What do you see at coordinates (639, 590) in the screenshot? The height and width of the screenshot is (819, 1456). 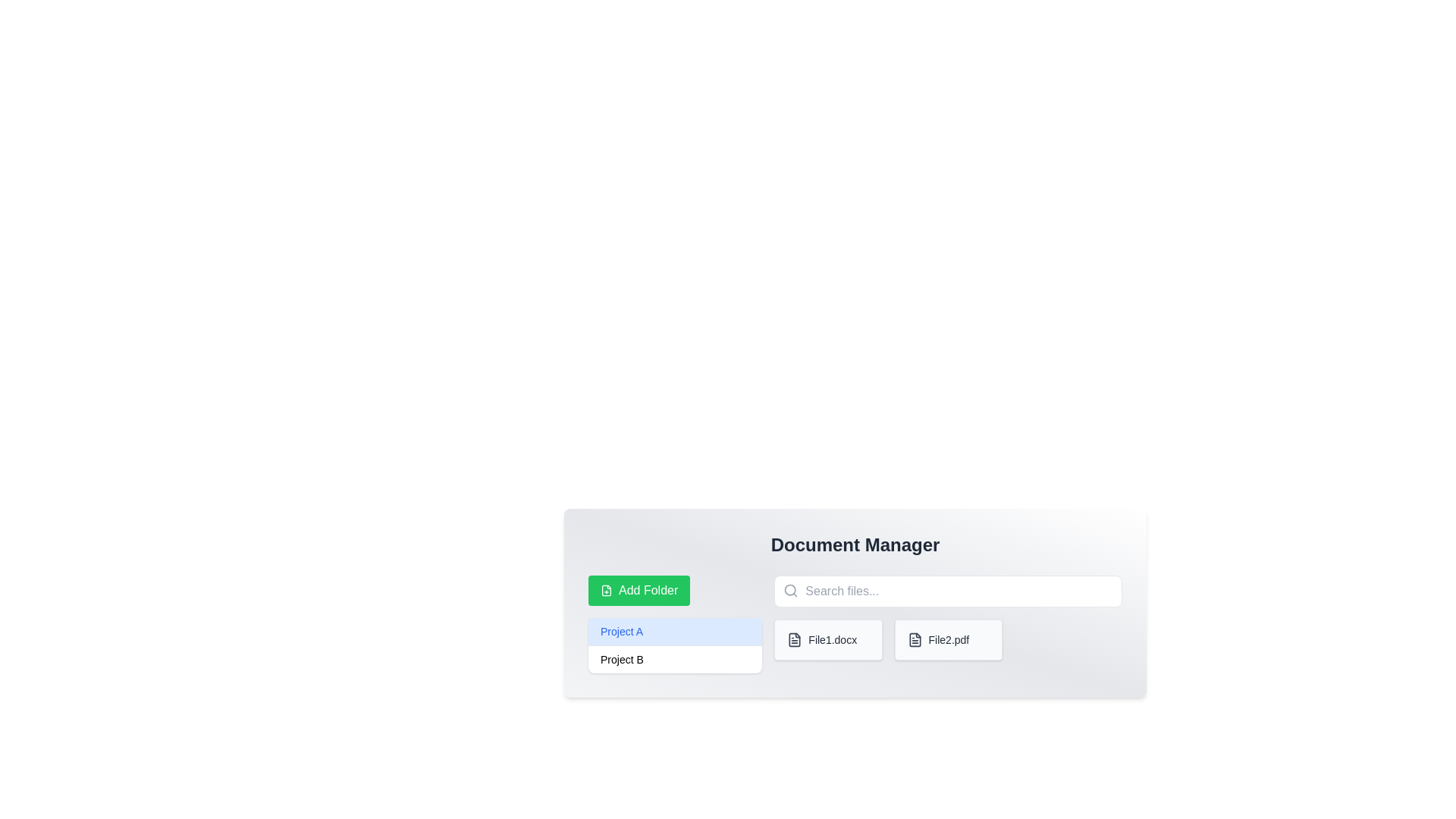 I see `the 'Add Folder' button with a green background and white text to create a new folder` at bounding box center [639, 590].